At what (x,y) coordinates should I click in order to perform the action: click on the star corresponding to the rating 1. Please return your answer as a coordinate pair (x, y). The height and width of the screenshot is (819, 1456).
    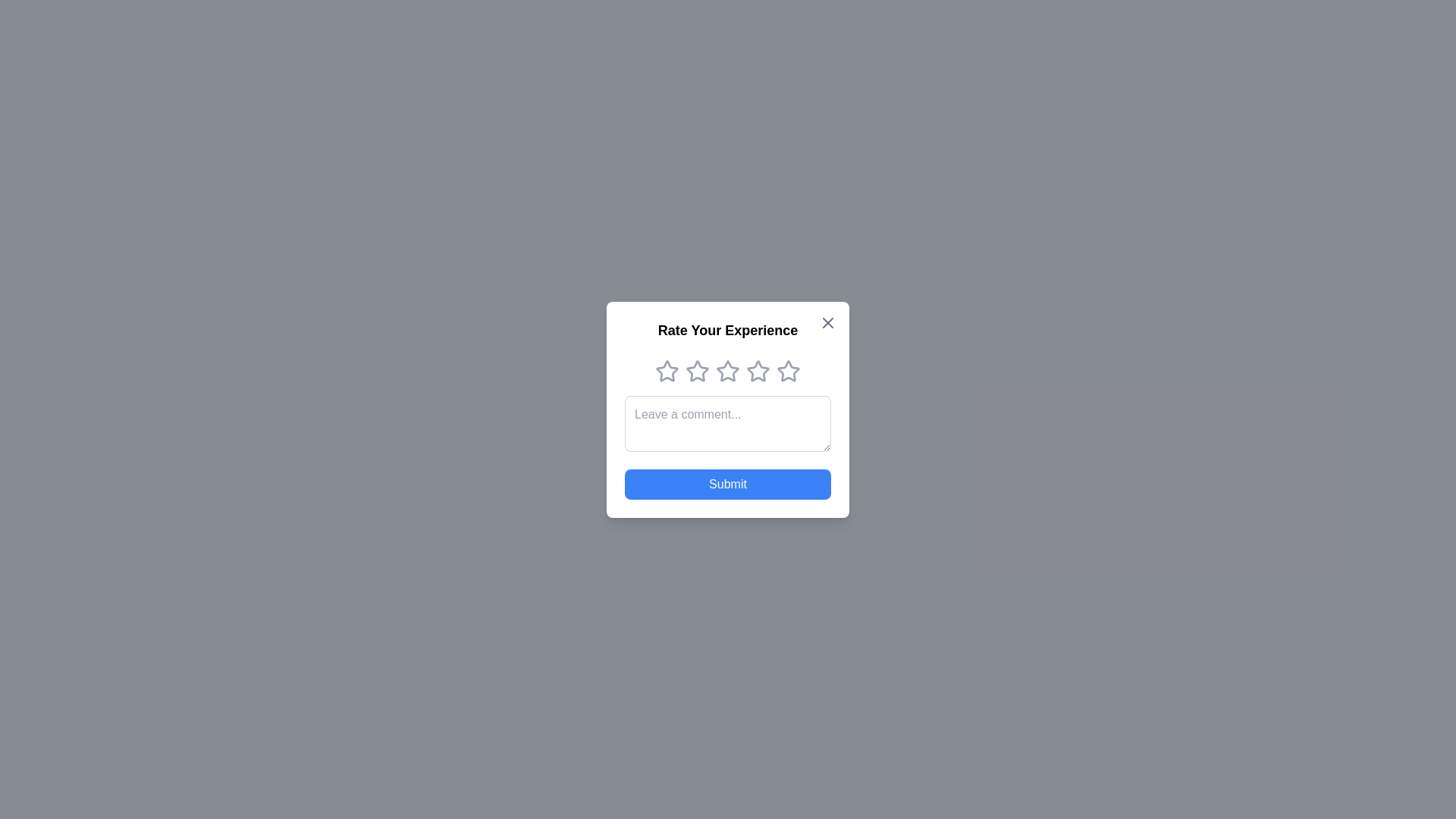
    Looking at the image, I should click on (667, 371).